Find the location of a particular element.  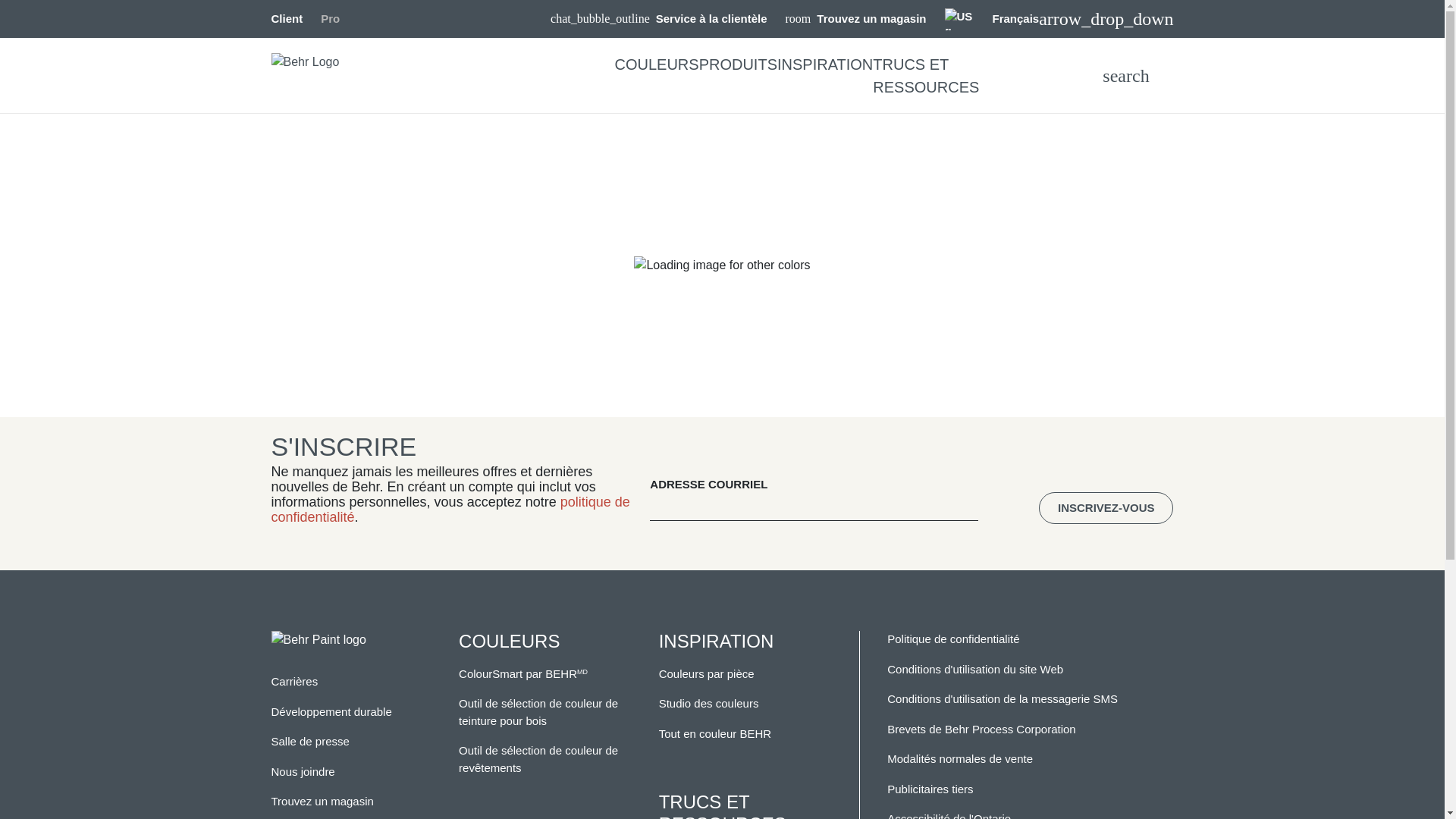

'Studio des couleurs' is located at coordinates (708, 703).